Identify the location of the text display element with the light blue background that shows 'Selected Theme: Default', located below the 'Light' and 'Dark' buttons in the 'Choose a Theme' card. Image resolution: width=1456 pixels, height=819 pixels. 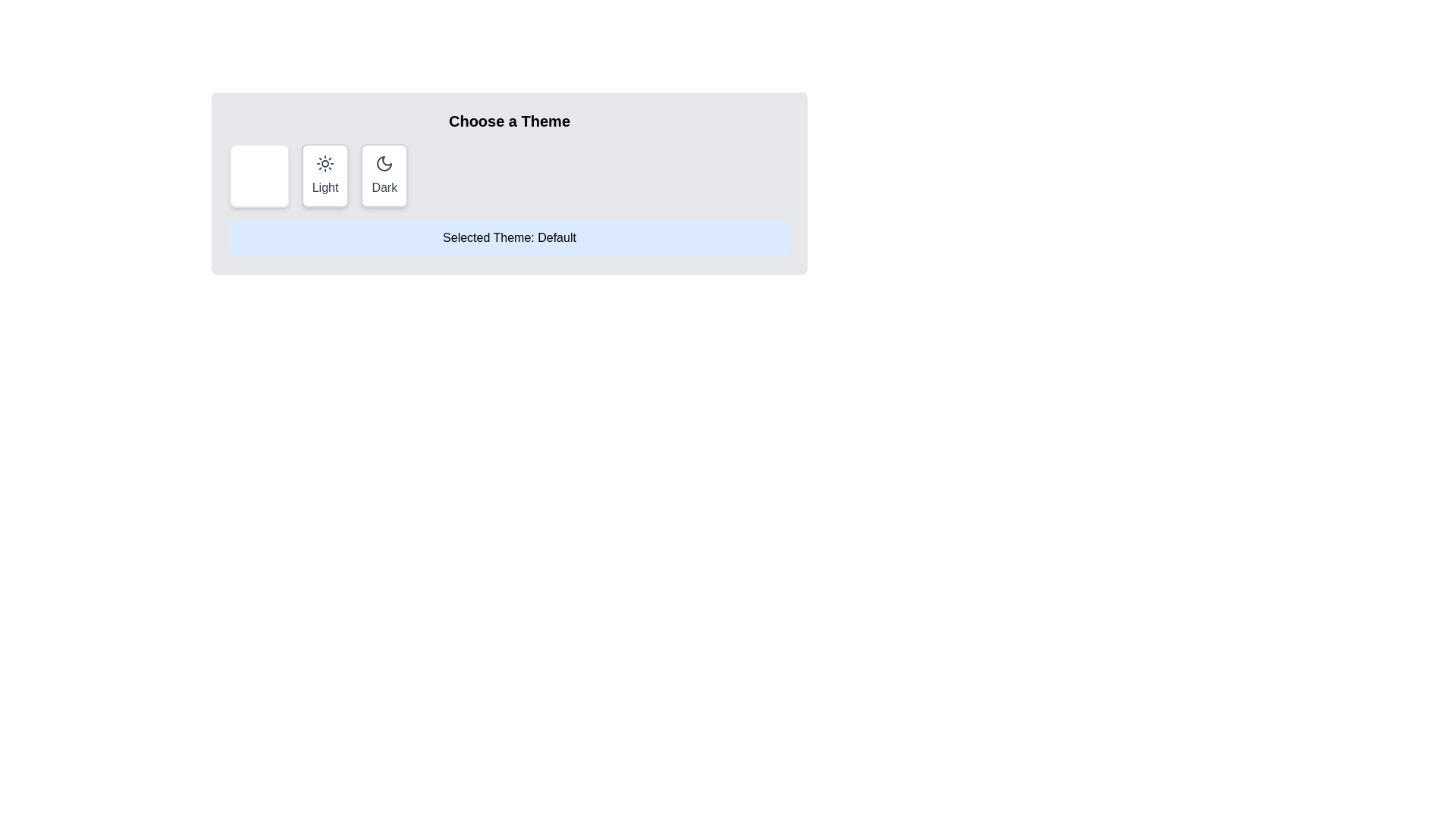
(510, 237).